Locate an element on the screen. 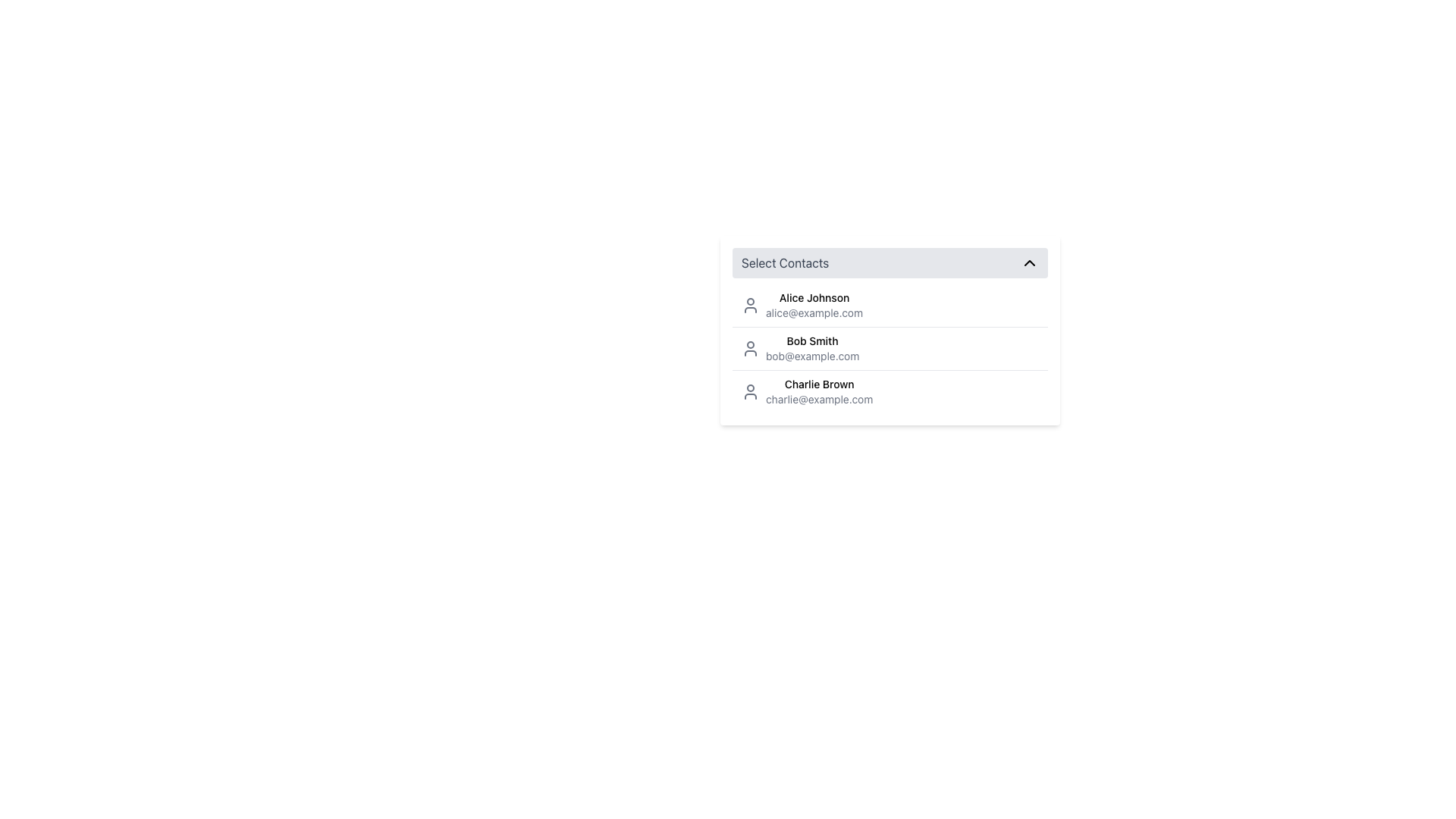 This screenshot has width=1456, height=819. text label displaying the name of the contact located in the second item of the contact selection interface, positioned between 'Alice Johnson' and 'bob@example.com' is located at coordinates (811, 341).